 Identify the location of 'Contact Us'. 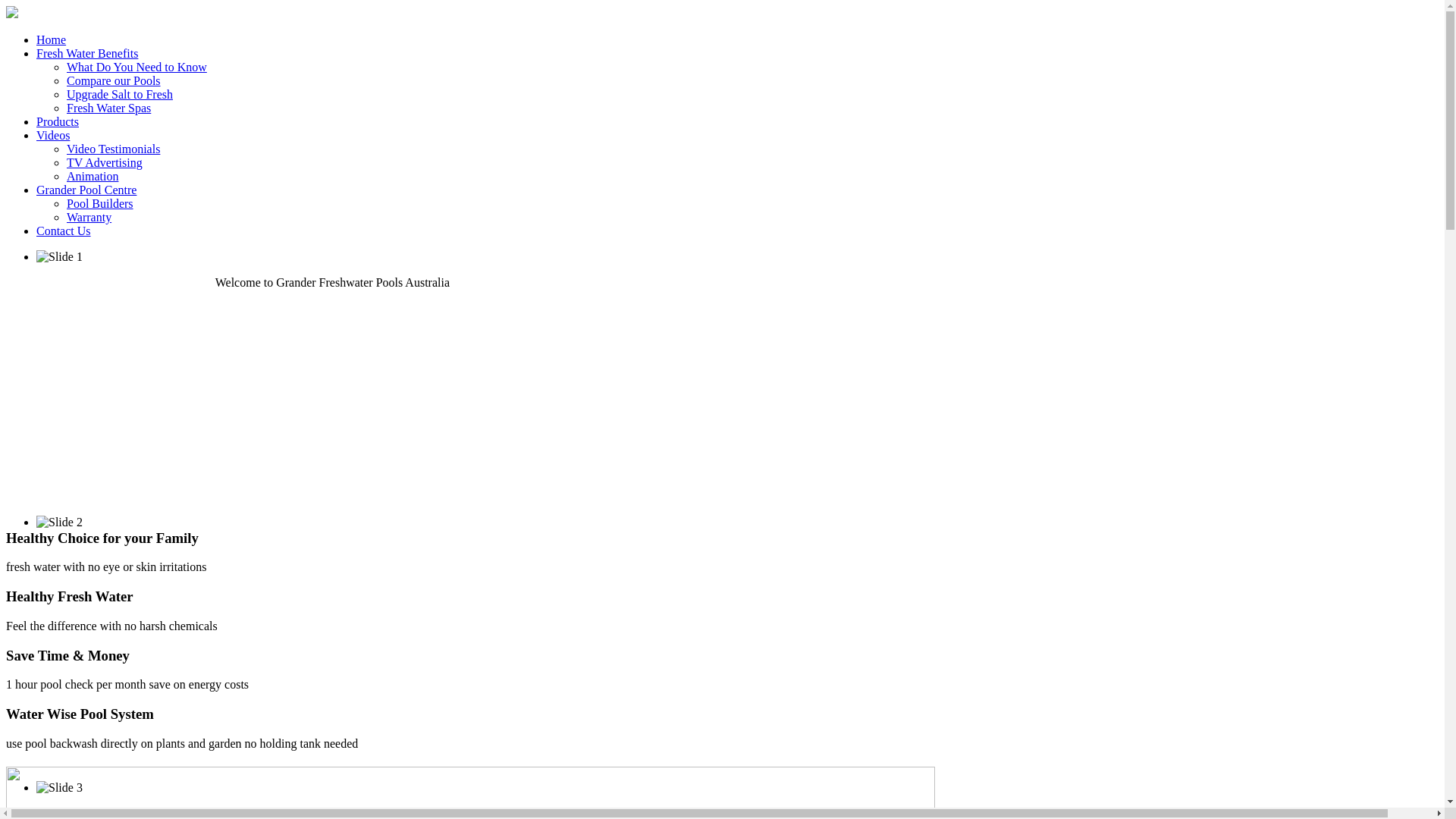
(62, 231).